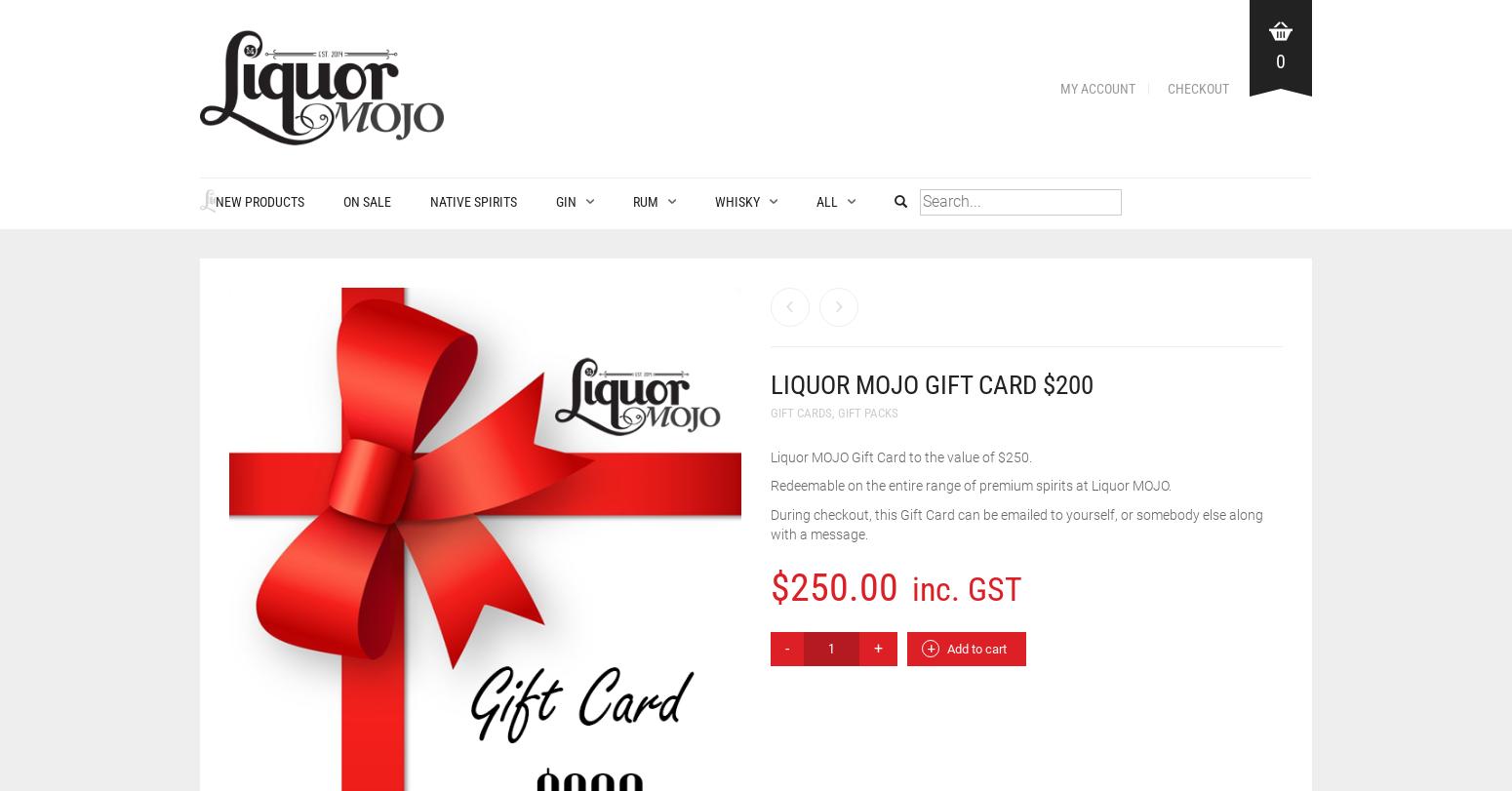 This screenshot has height=791, width=1512. What do you see at coordinates (1202, 468) in the screenshot?
I see `'1960-1969'` at bounding box center [1202, 468].